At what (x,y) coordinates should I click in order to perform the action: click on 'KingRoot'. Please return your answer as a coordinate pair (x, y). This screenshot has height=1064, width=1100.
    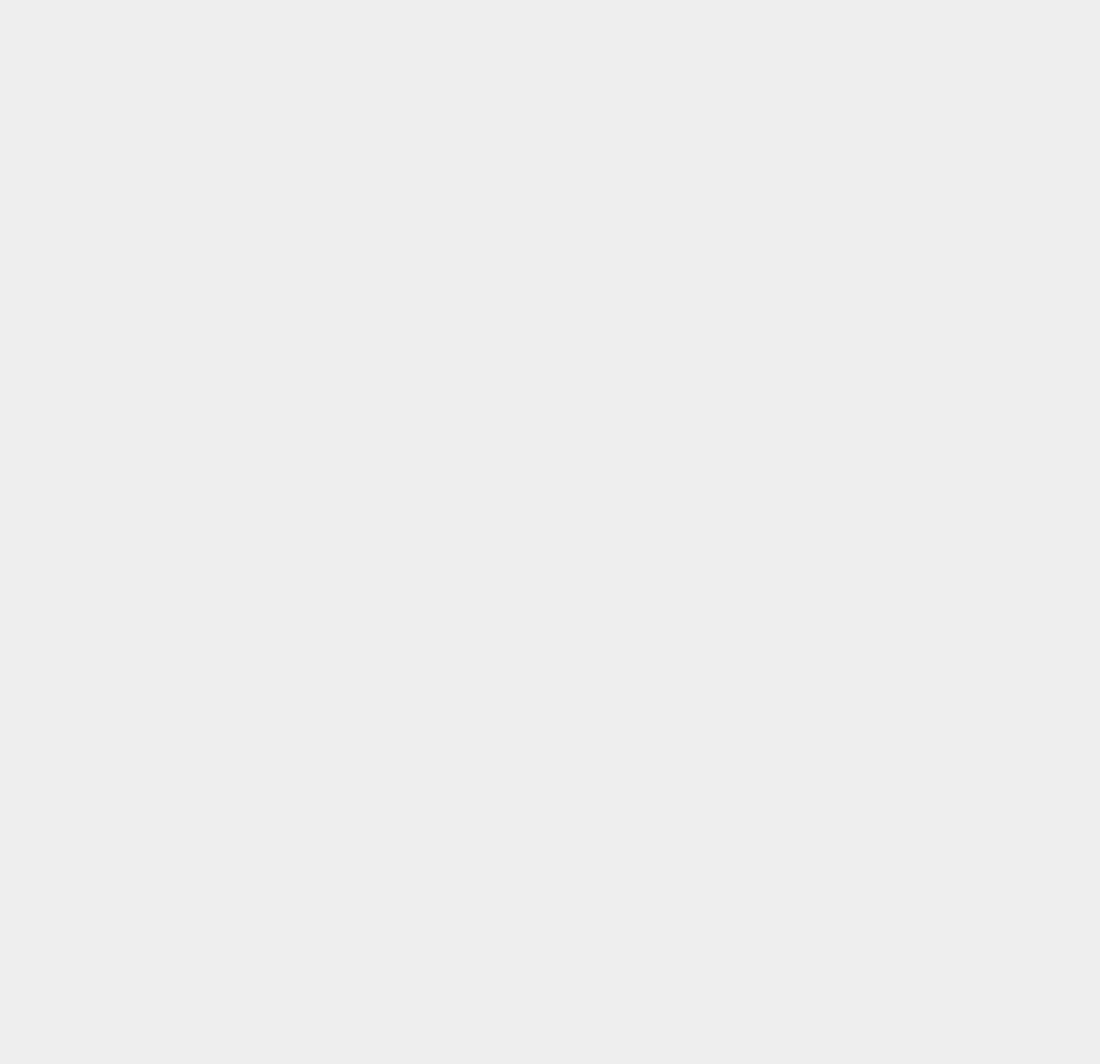
    Looking at the image, I should click on (806, 931).